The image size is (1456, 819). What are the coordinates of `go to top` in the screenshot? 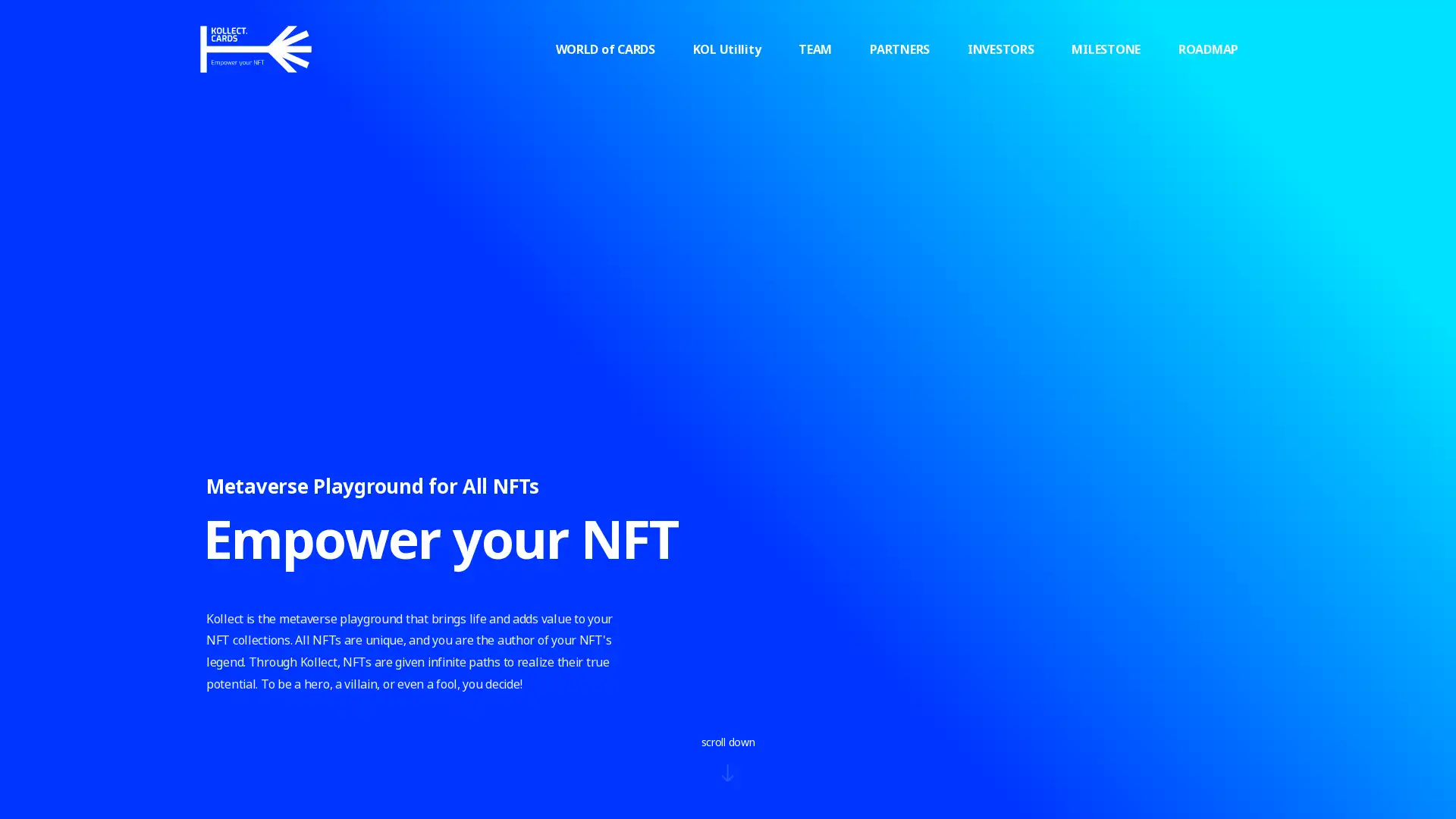 It's located at (1288, 584).